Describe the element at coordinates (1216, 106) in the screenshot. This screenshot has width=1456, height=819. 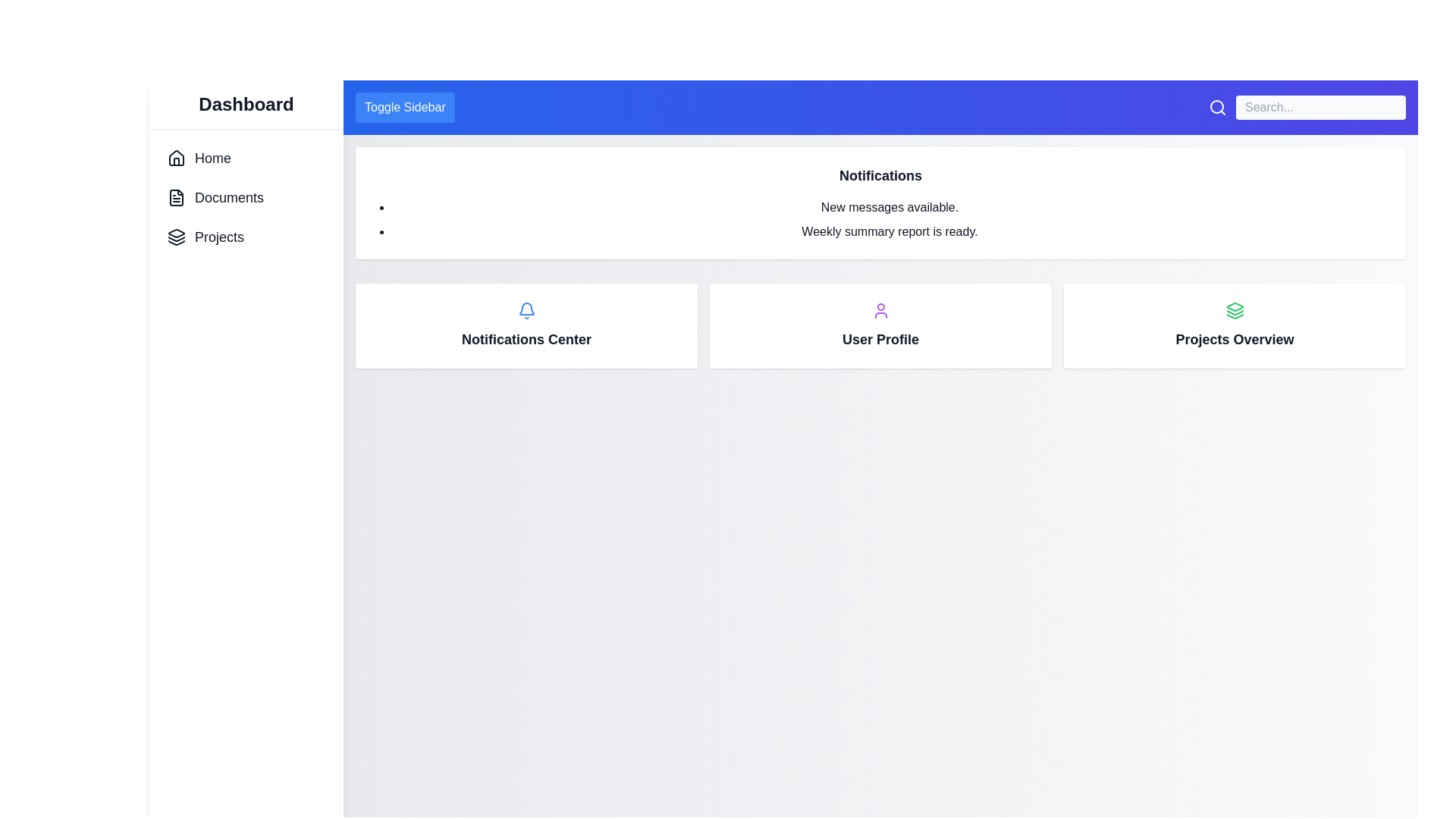
I see `the Decorative SVG Element (Circle) that is part of a magnifying glass icon located at the top-right corner of the interface near the search bar` at that location.